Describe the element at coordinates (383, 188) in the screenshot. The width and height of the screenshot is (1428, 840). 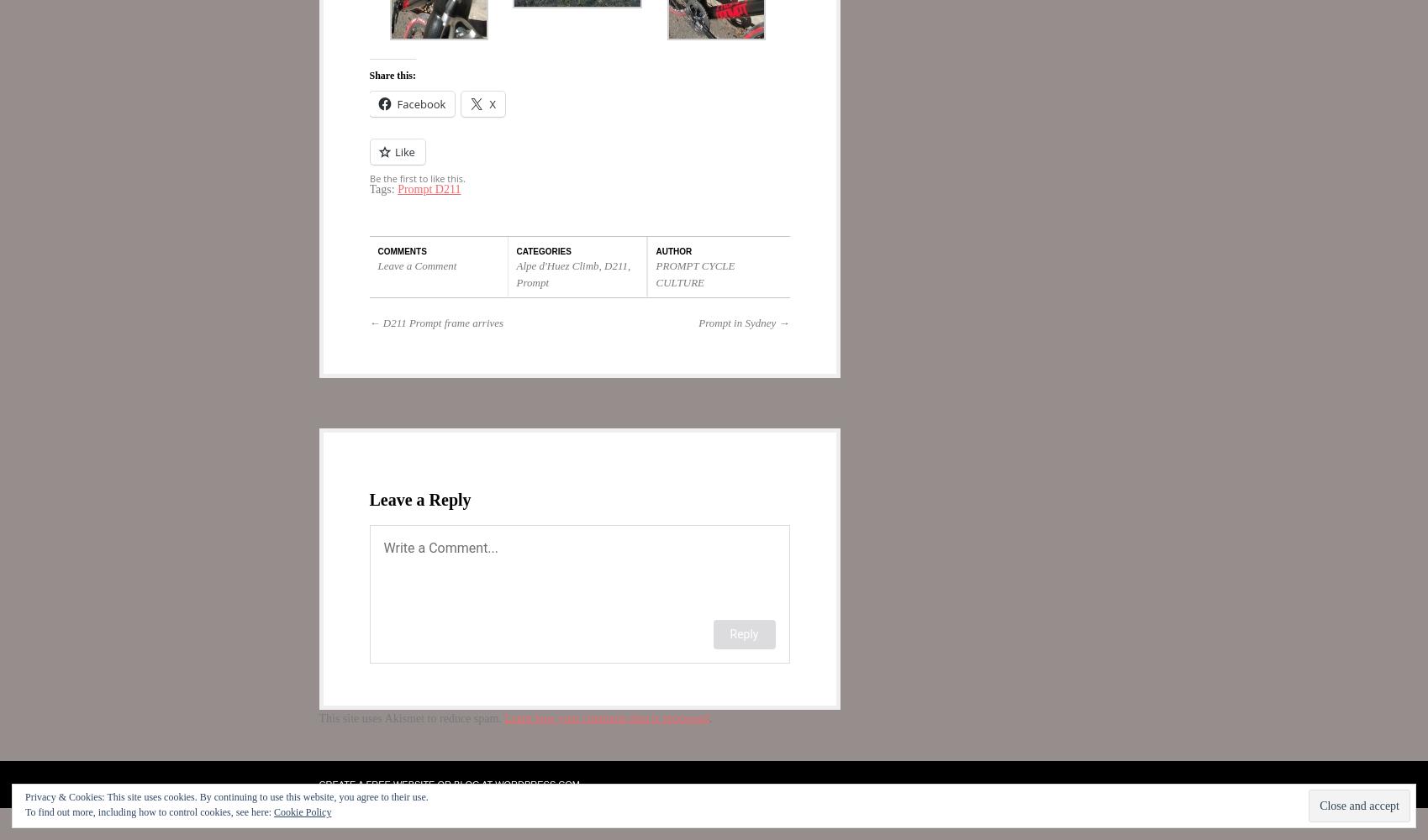
I see `'Tags:'` at that location.